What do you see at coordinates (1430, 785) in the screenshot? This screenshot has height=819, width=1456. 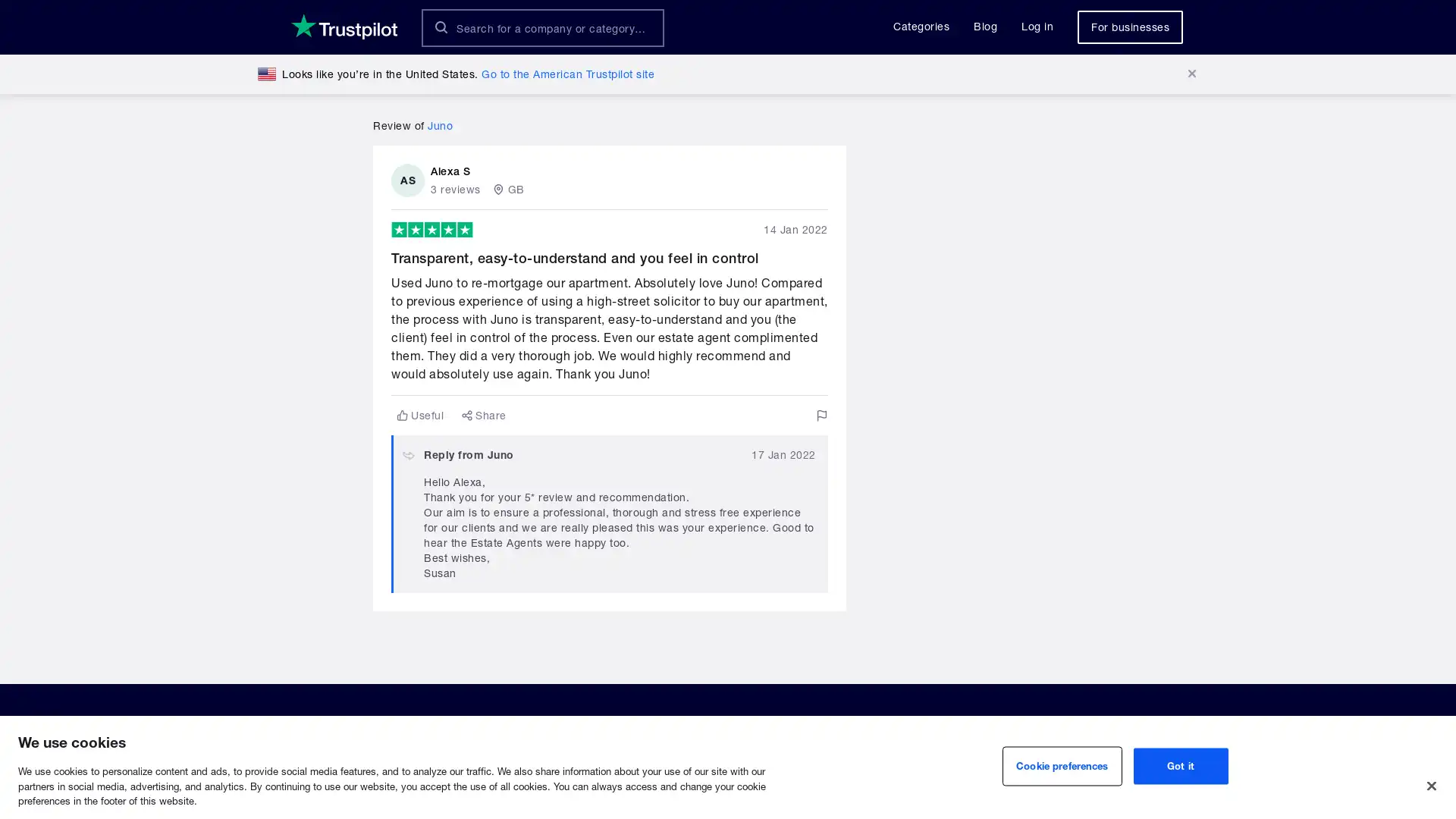 I see `Close` at bounding box center [1430, 785].